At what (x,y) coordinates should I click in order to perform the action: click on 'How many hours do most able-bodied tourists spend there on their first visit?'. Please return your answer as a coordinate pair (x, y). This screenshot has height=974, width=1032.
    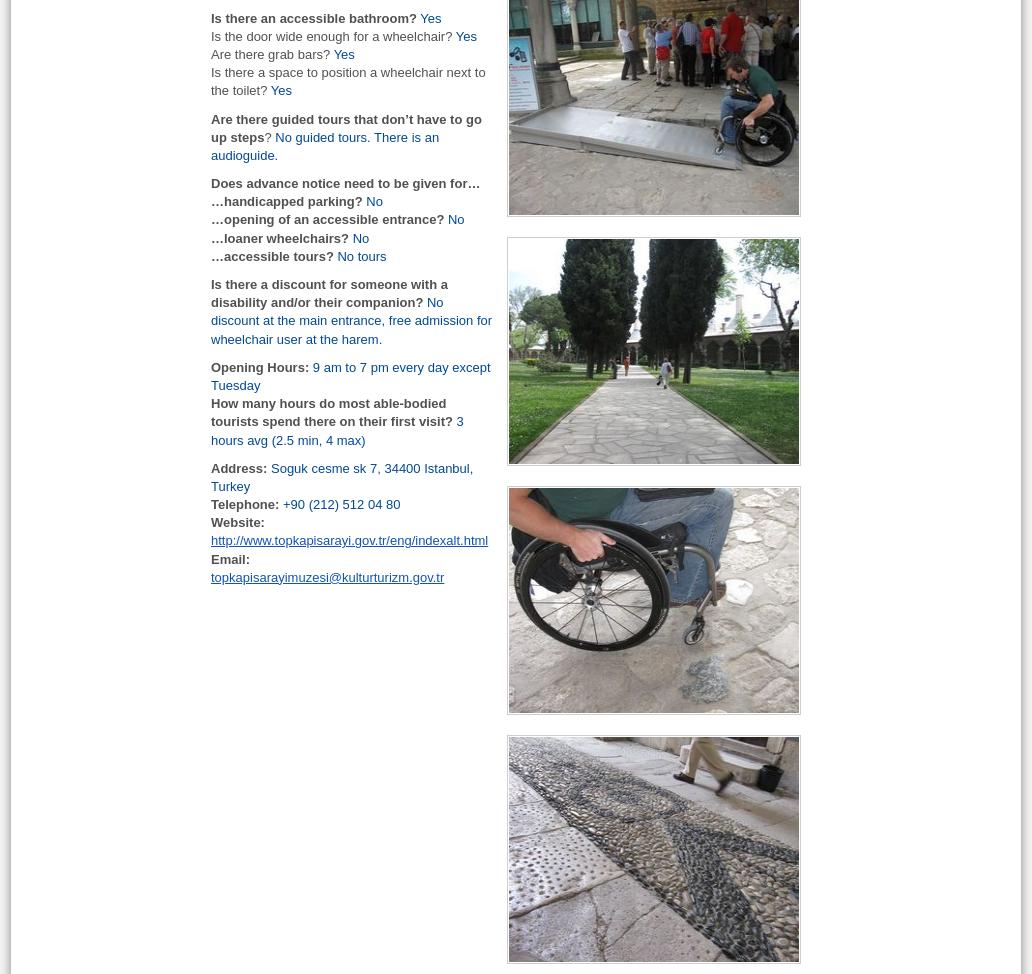
    Looking at the image, I should click on (331, 411).